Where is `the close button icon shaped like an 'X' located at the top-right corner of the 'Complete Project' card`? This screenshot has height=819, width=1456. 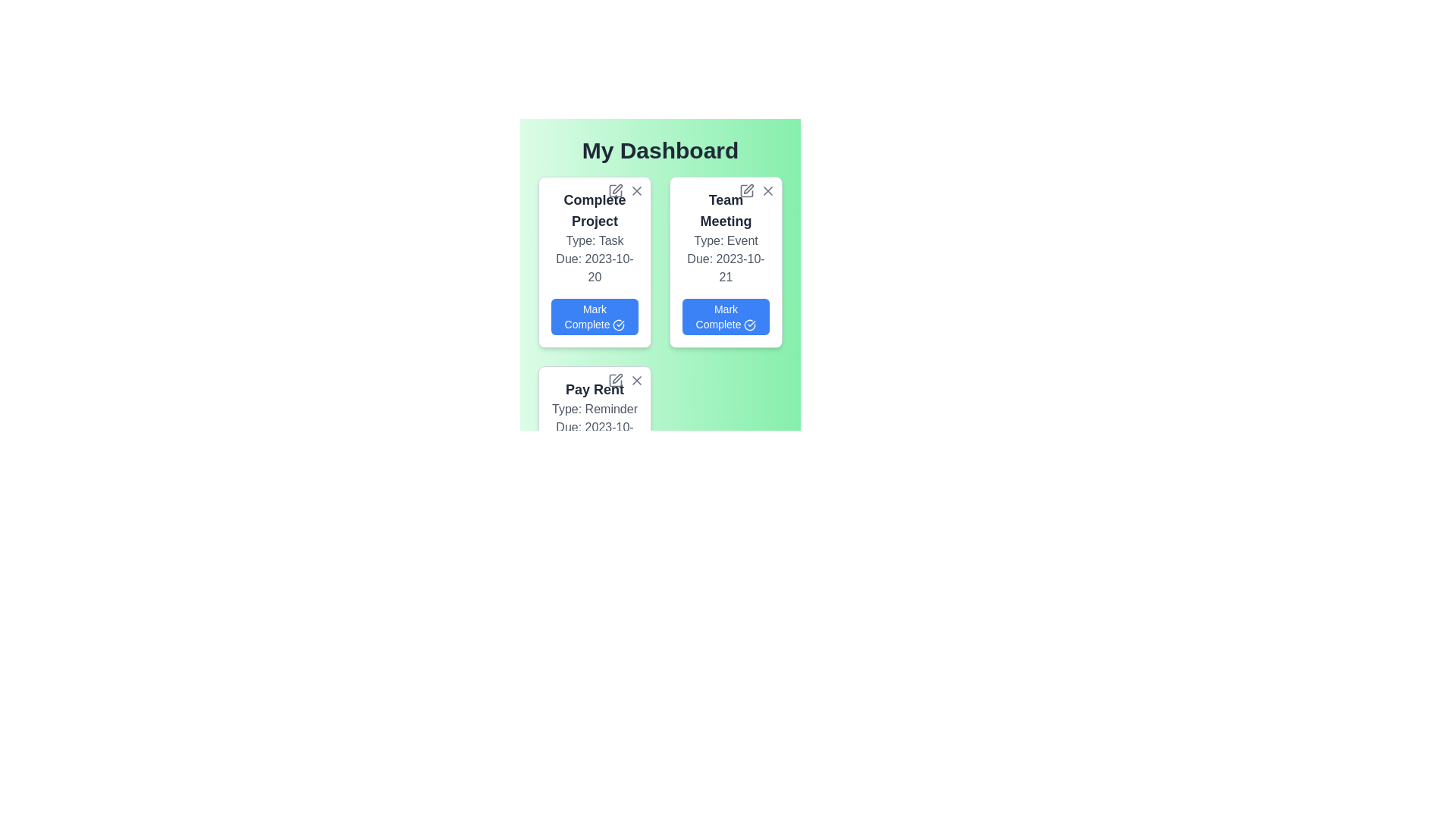 the close button icon shaped like an 'X' located at the top-right corner of the 'Complete Project' card is located at coordinates (637, 190).